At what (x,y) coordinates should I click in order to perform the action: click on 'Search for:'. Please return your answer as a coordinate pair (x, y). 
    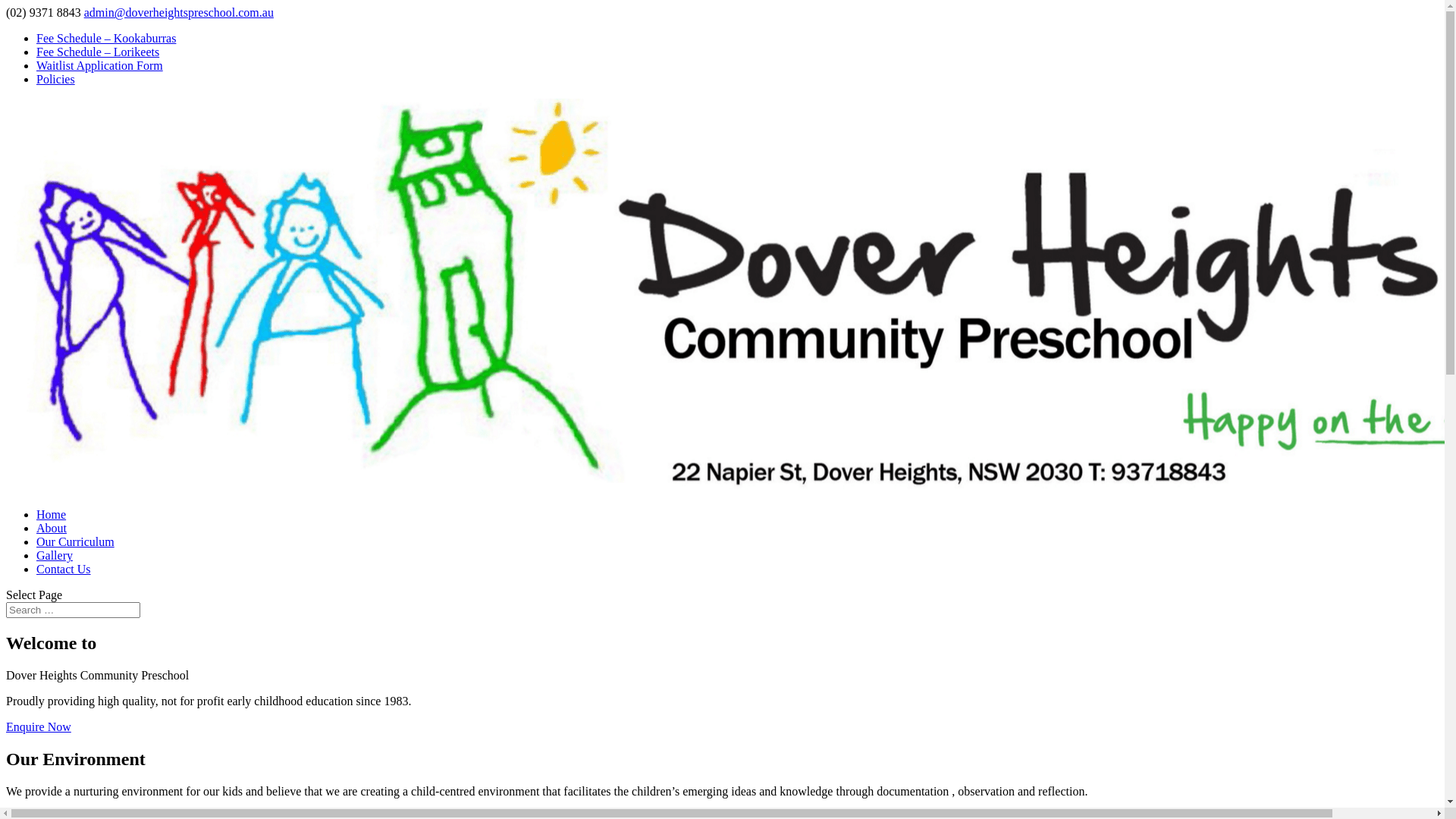
    Looking at the image, I should click on (6, 609).